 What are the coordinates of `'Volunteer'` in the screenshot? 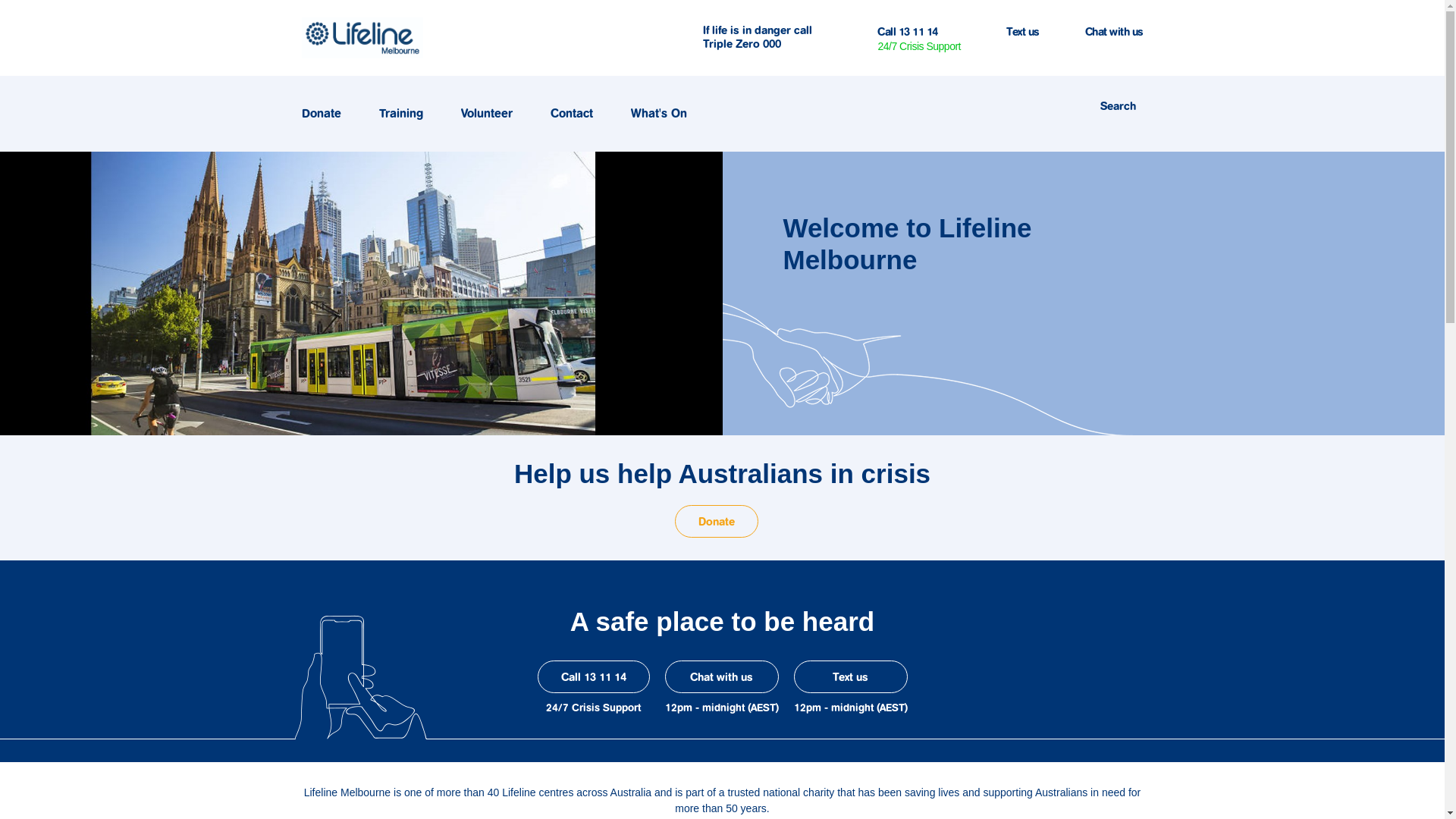 It's located at (494, 113).